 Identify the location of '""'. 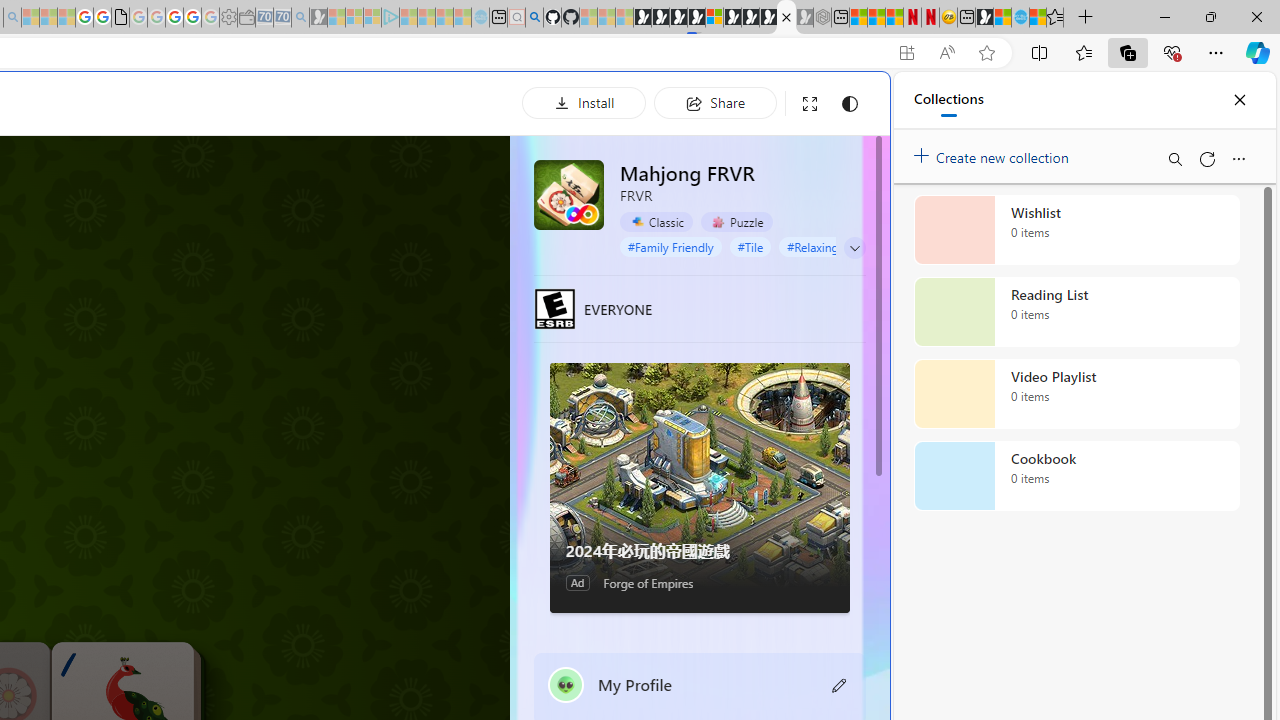
(564, 684).